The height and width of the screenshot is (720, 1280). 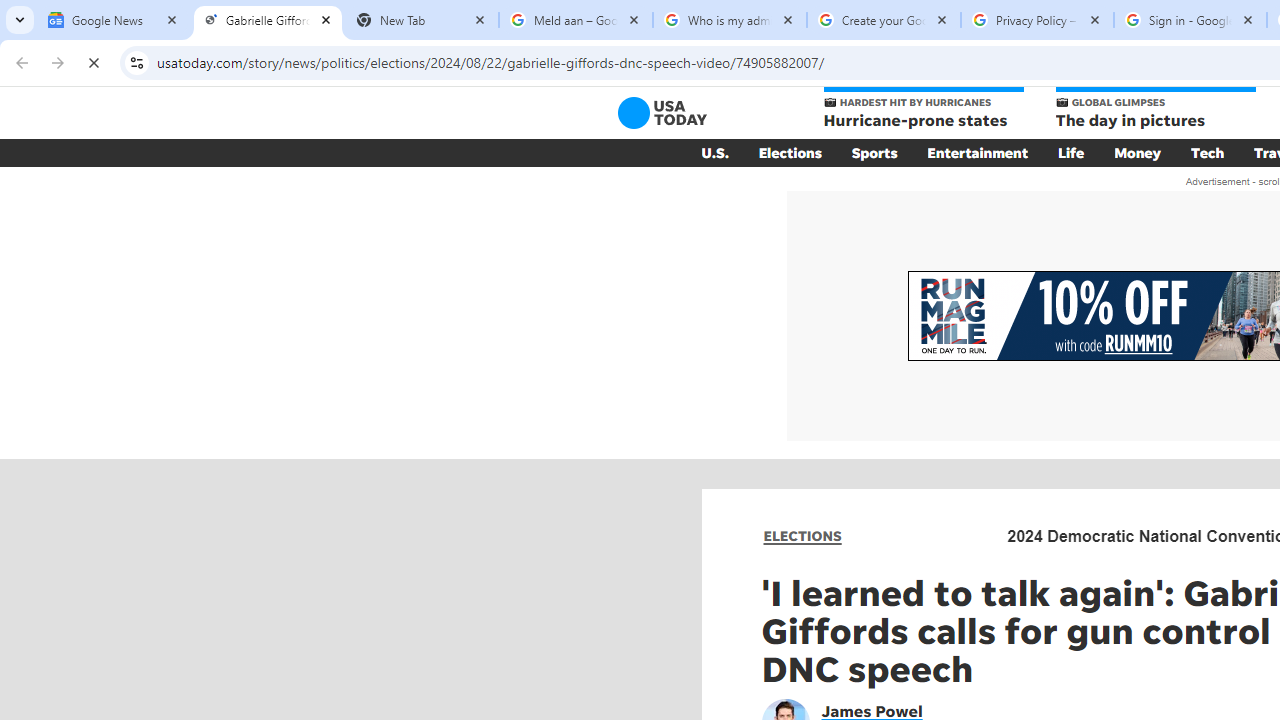 I want to click on 'USA TODAY', so click(x=661, y=113).